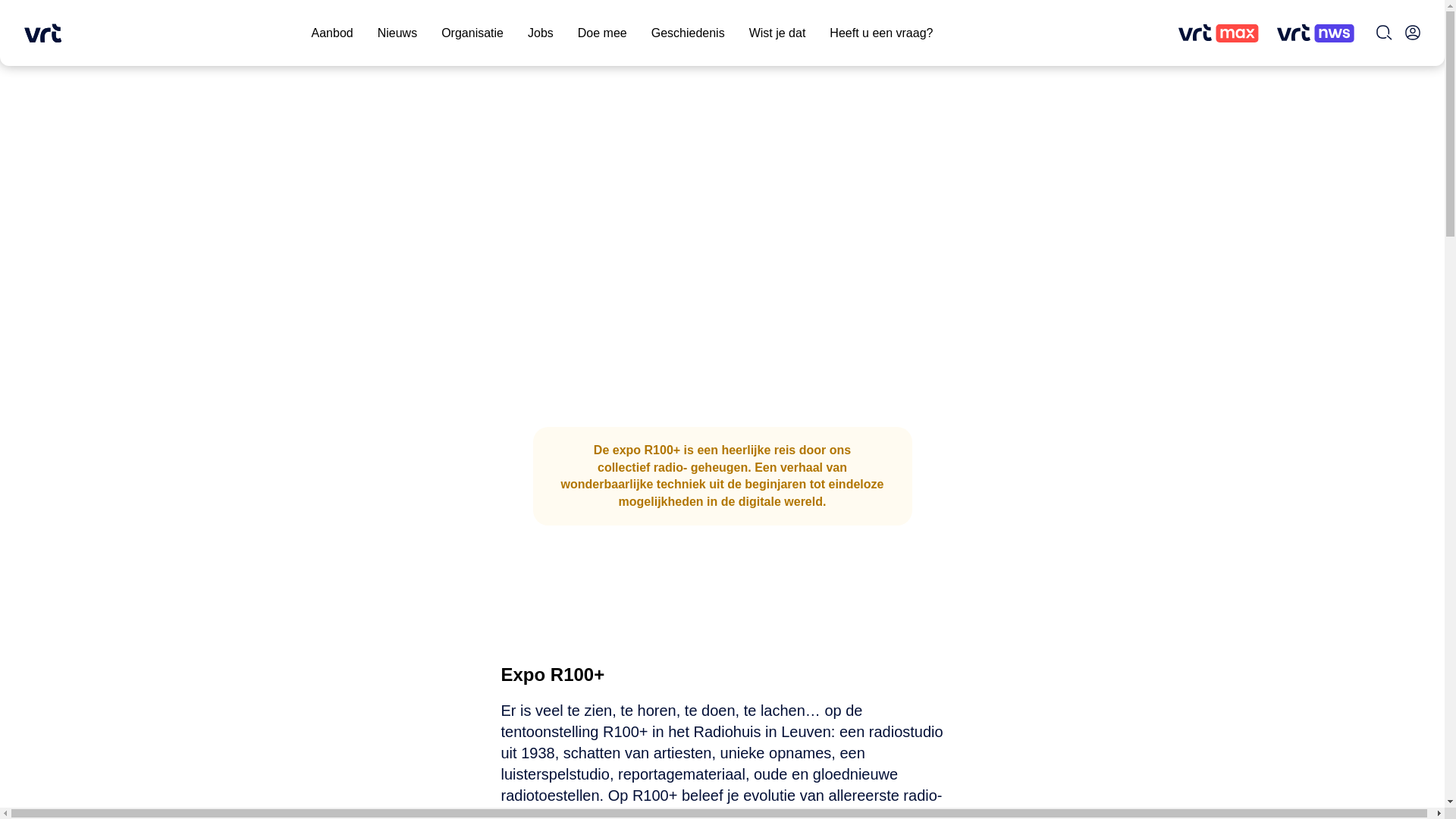 The image size is (1456, 819). Describe the element at coordinates (472, 33) in the screenshot. I see `'Organisatie'` at that location.